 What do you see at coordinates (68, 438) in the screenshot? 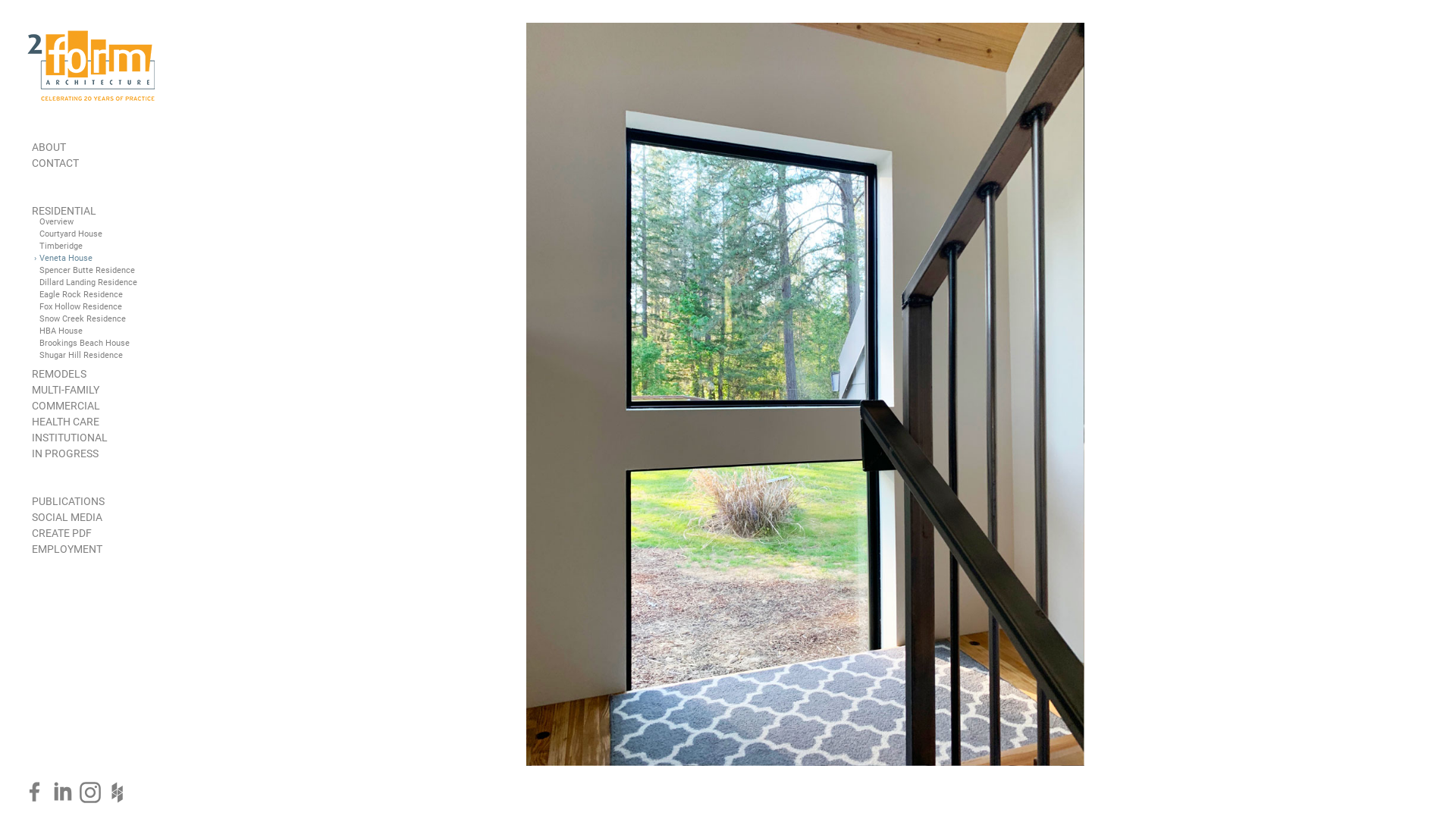
I see `'INSTITUTIONAL'` at bounding box center [68, 438].